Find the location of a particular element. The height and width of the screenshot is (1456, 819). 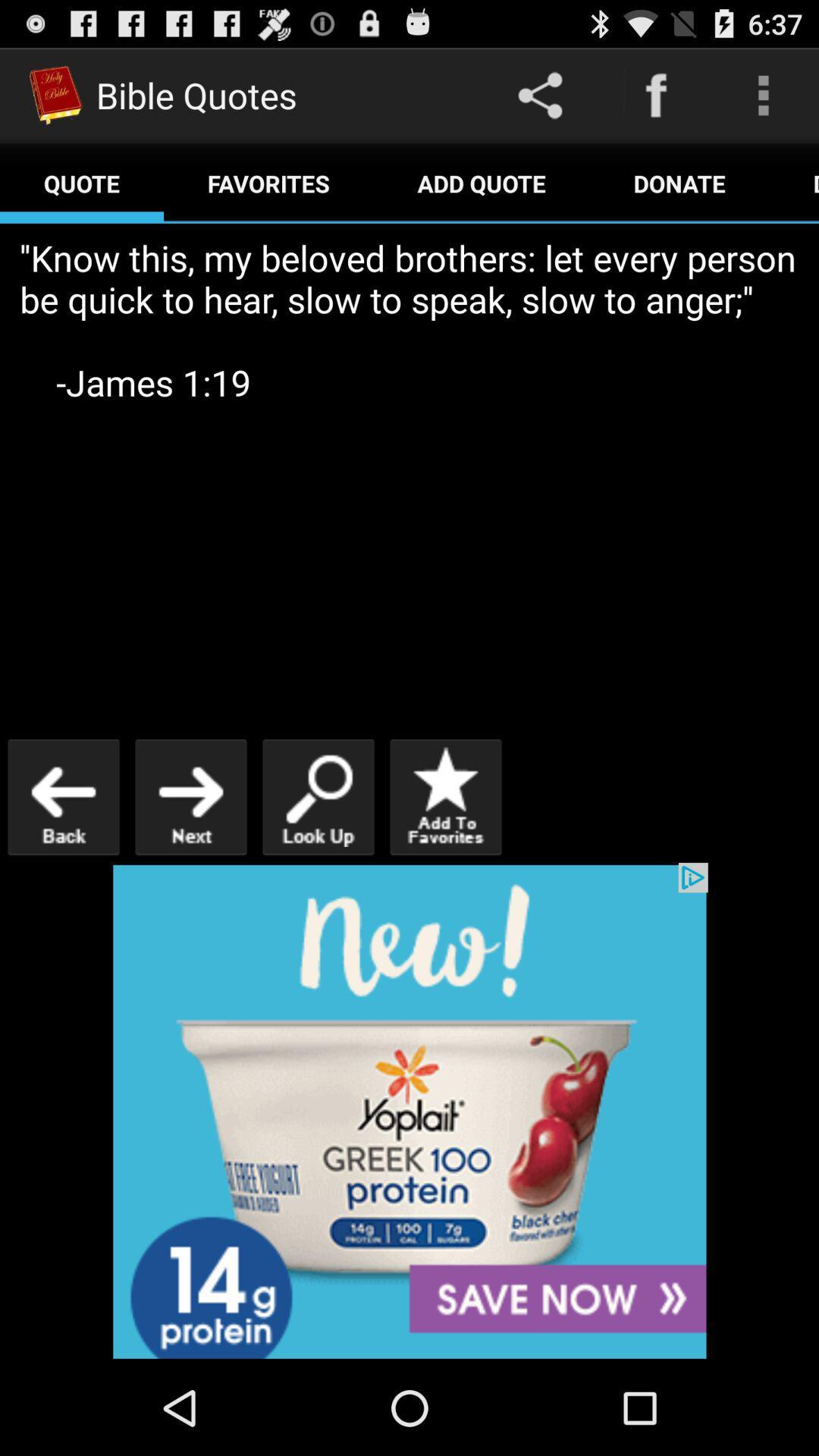

next page is located at coordinates (190, 796).